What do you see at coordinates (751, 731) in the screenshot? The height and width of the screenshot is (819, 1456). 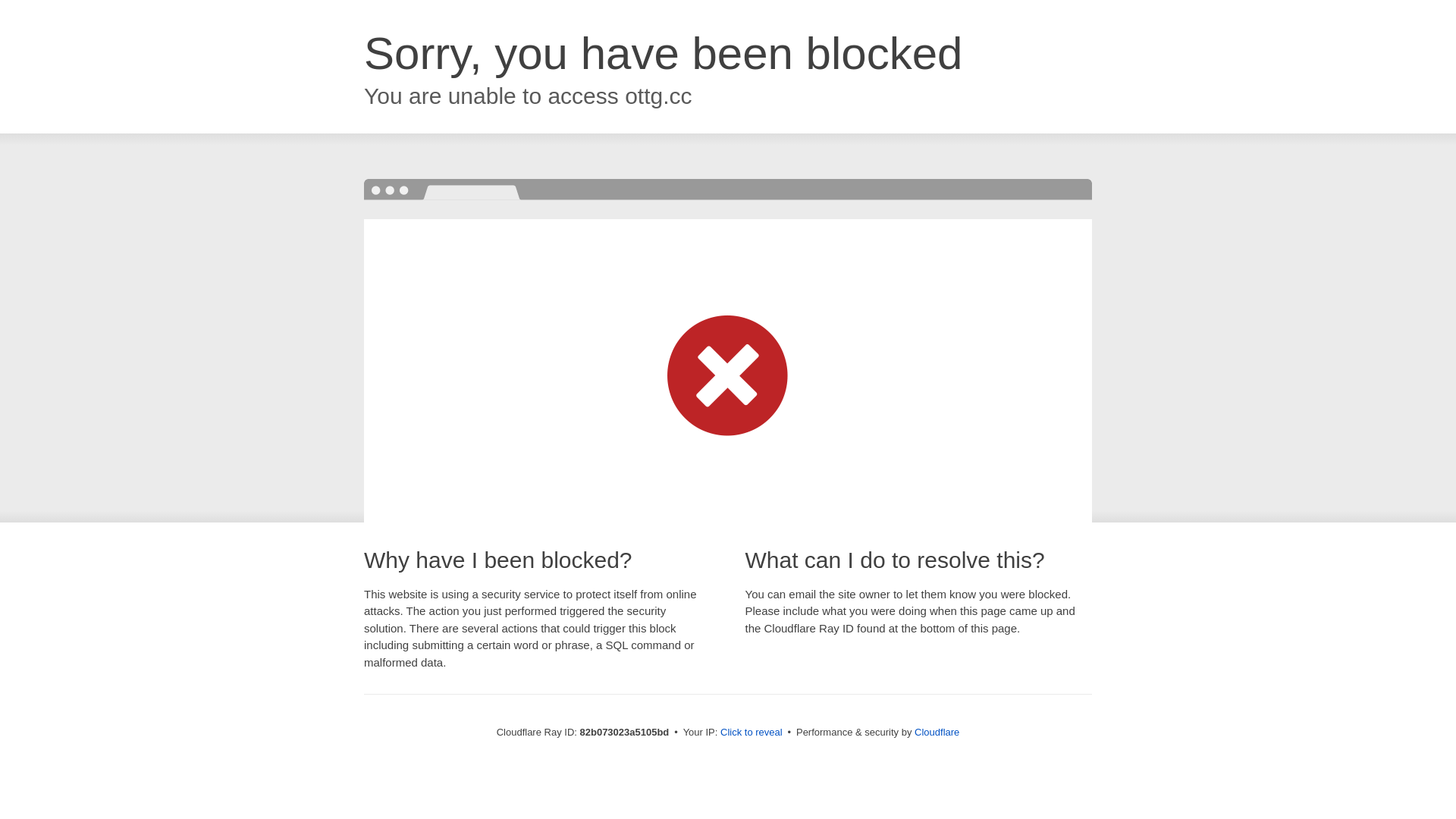 I see `'Click to reveal'` at bounding box center [751, 731].